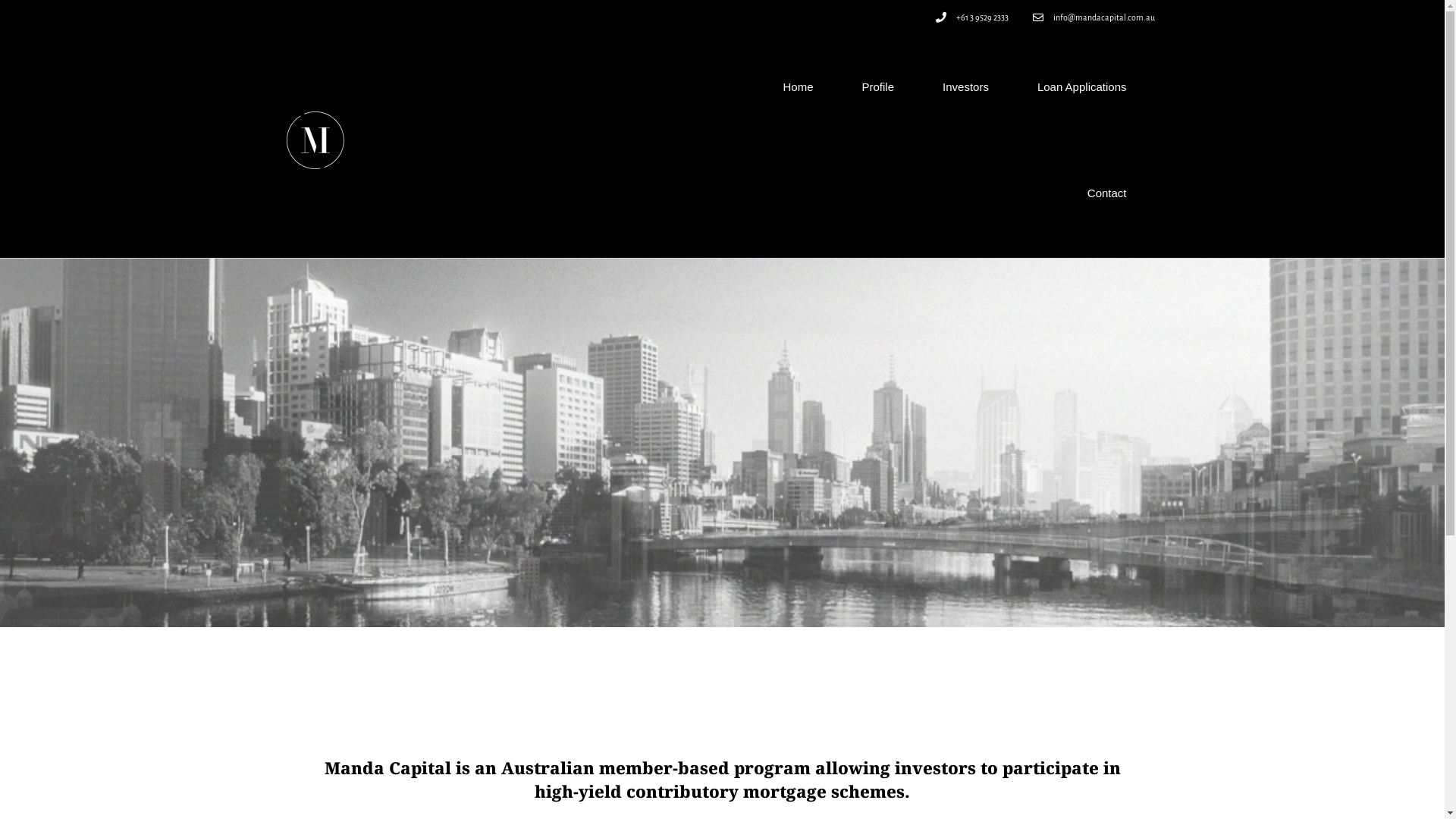 The width and height of the screenshot is (1456, 819). What do you see at coordinates (796, 87) in the screenshot?
I see `'Home'` at bounding box center [796, 87].